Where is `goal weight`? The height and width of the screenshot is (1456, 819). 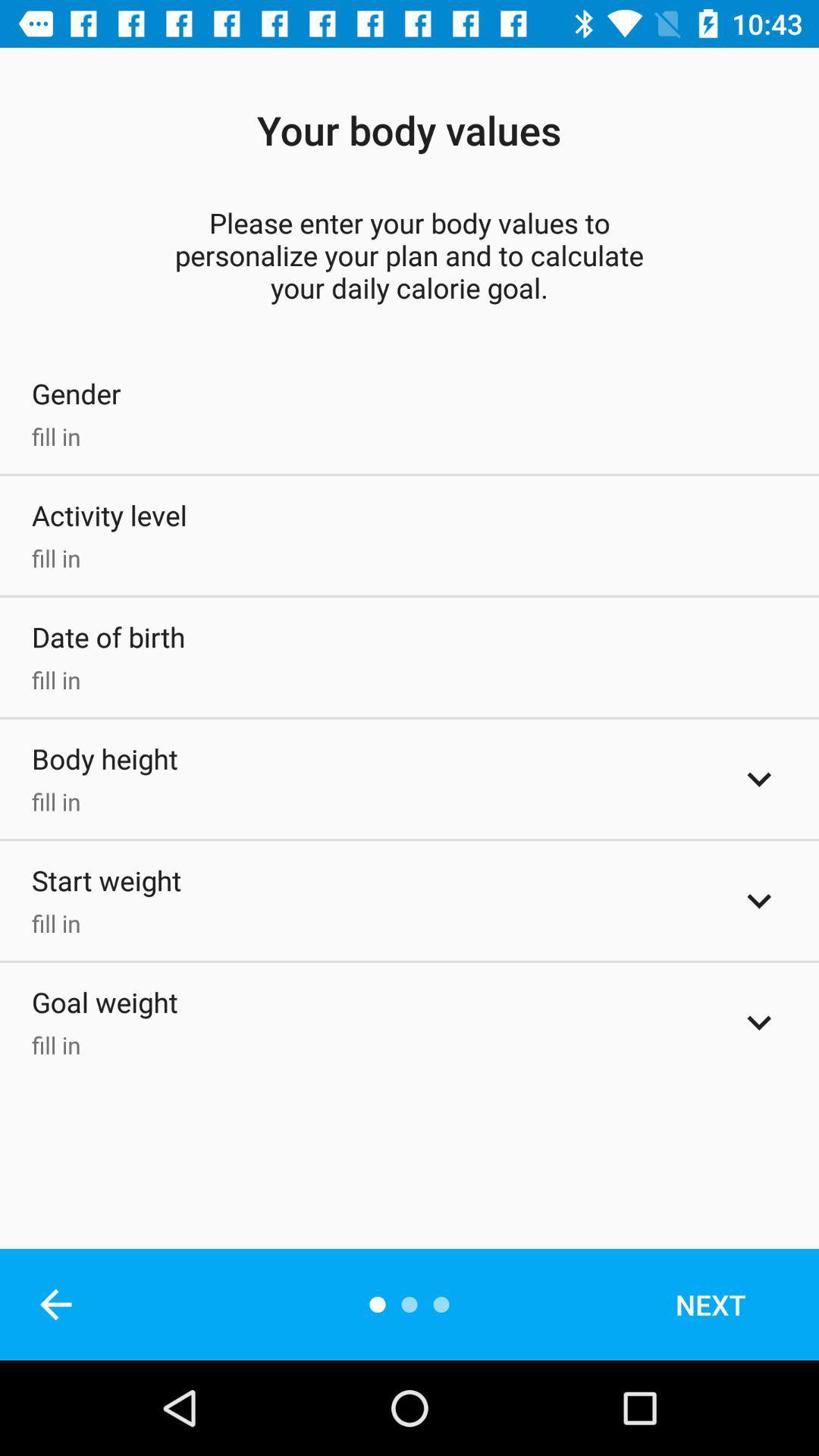 goal weight is located at coordinates (759, 1022).